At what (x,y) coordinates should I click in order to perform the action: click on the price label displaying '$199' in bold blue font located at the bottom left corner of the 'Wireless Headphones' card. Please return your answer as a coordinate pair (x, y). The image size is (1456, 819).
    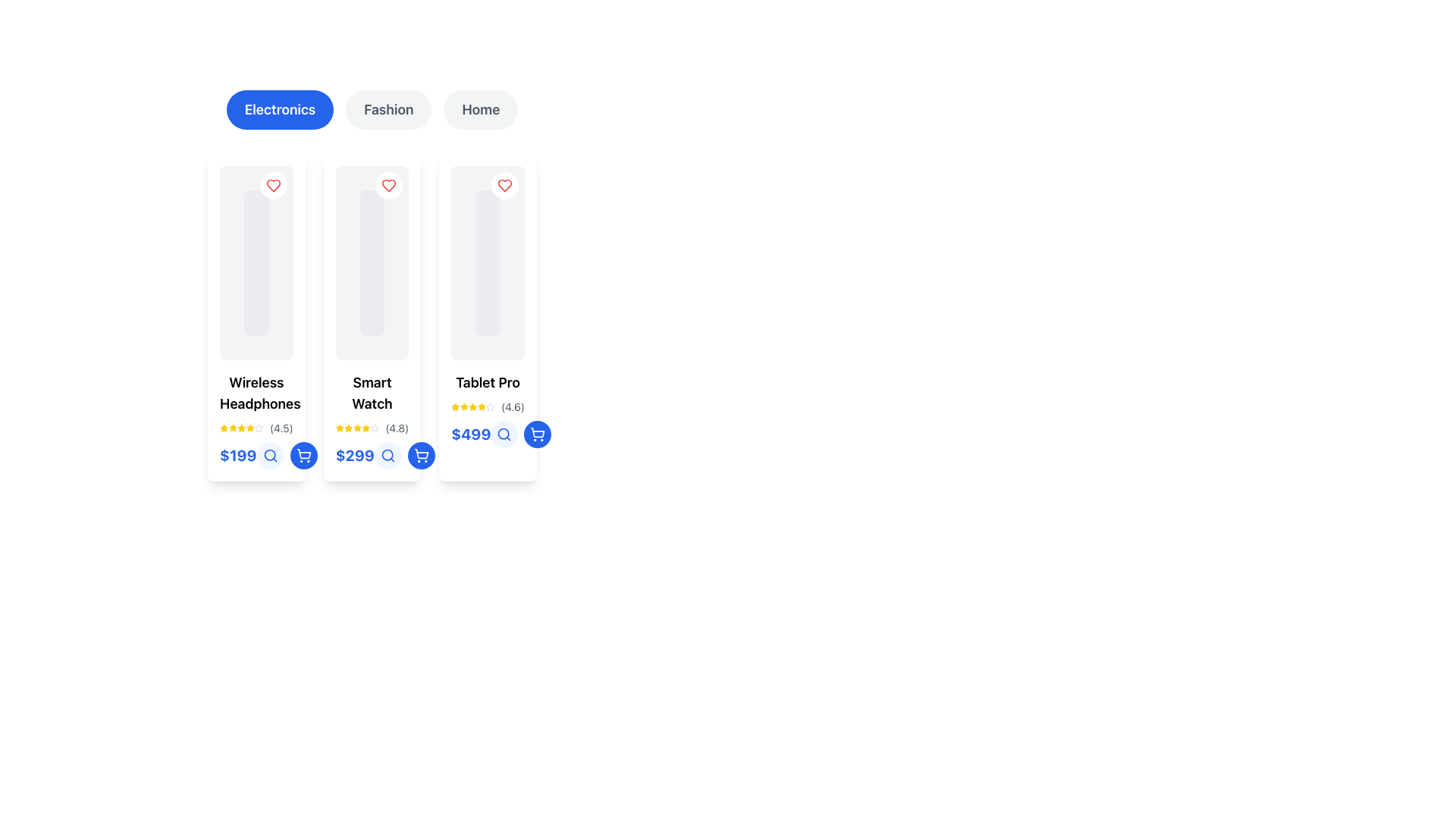
    Looking at the image, I should click on (256, 455).